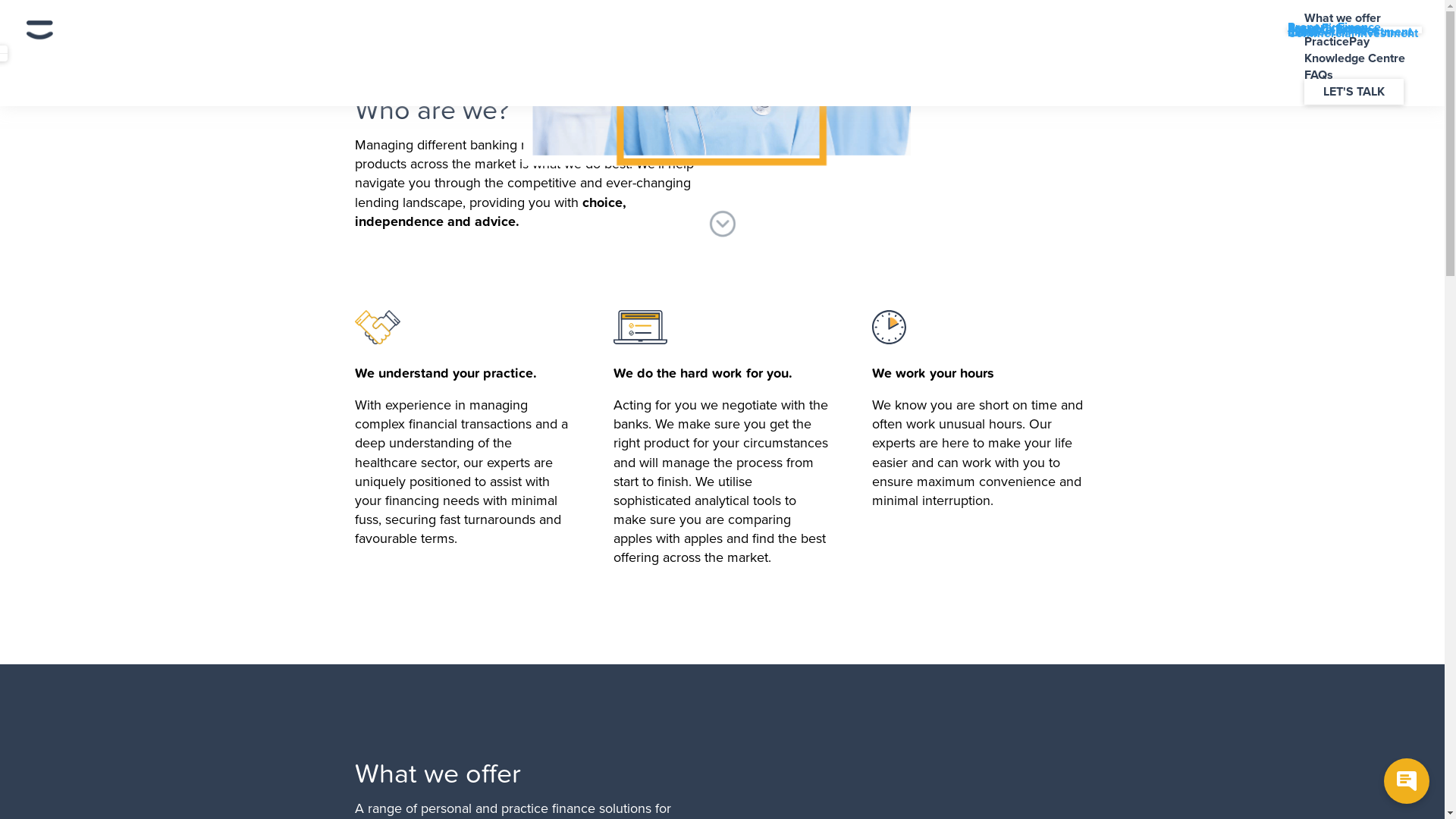  I want to click on 'Commercial investment', so click(1287, 33).